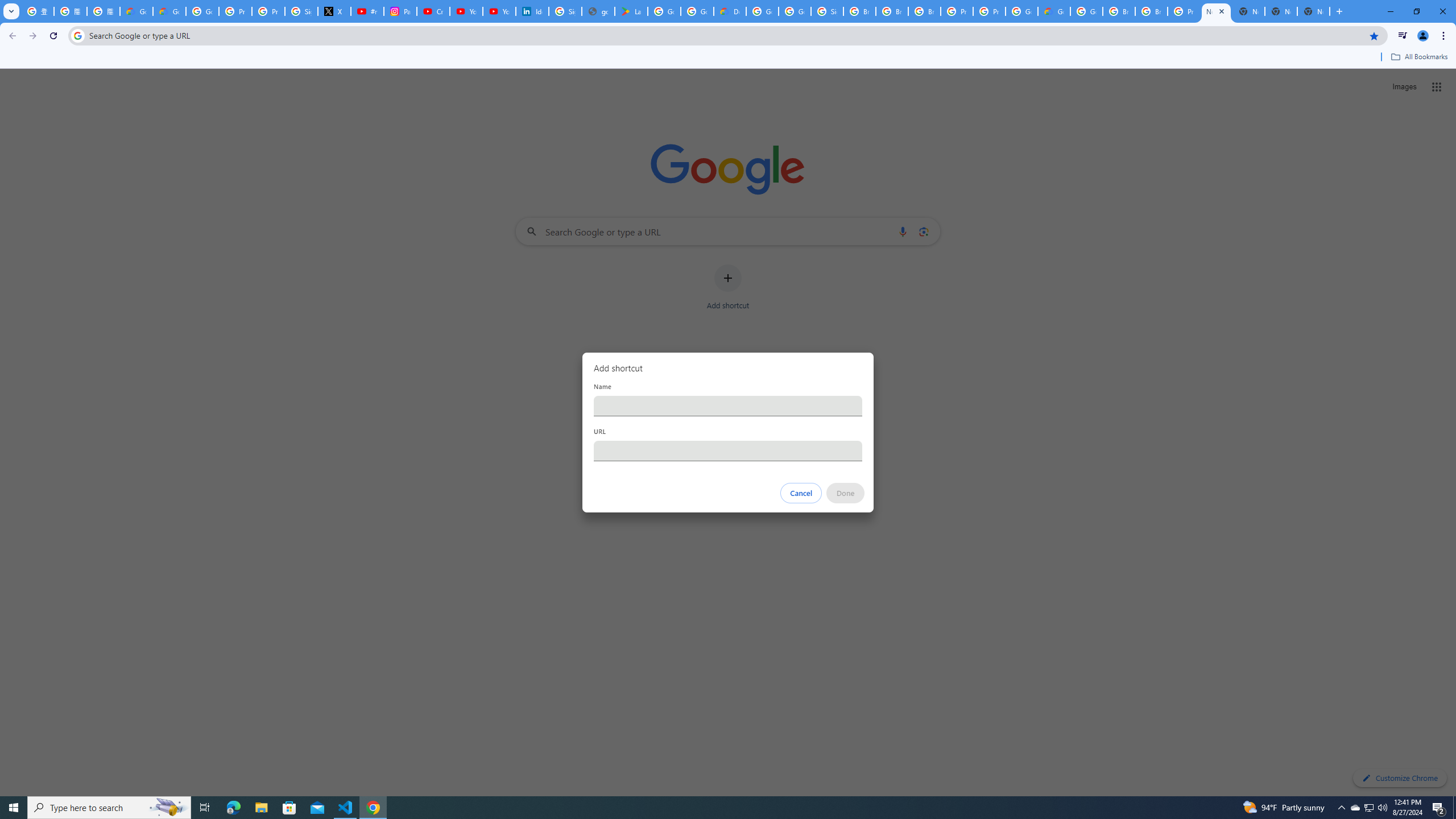 The height and width of the screenshot is (819, 1456). What do you see at coordinates (136, 11) in the screenshot?
I see `'Google Cloud Privacy Notice'` at bounding box center [136, 11].